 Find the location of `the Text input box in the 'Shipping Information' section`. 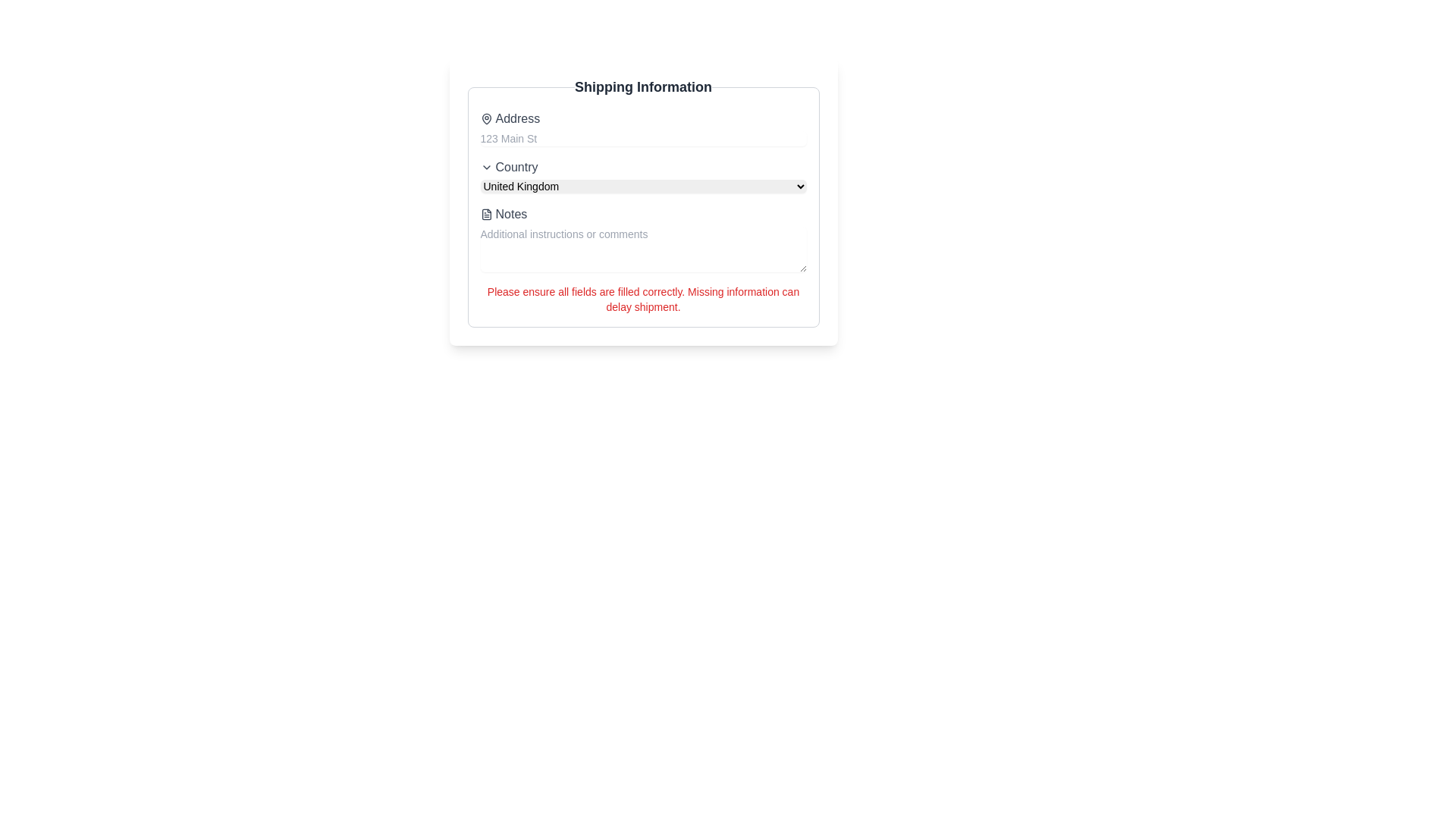

the Text input box in the 'Shipping Information' section is located at coordinates (643, 239).